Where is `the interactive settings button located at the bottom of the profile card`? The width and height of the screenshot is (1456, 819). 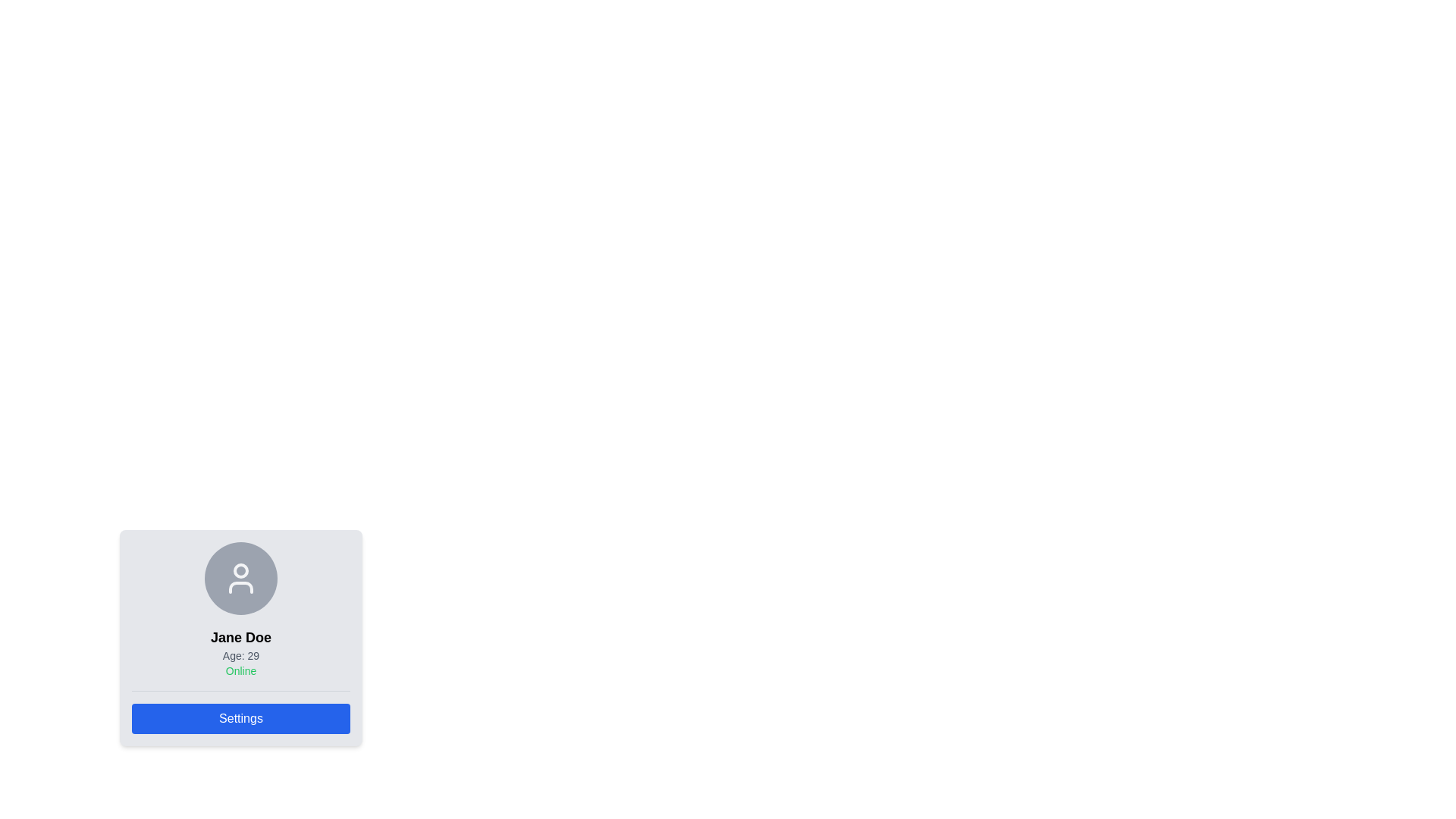
the interactive settings button located at the bottom of the profile card is located at coordinates (240, 718).